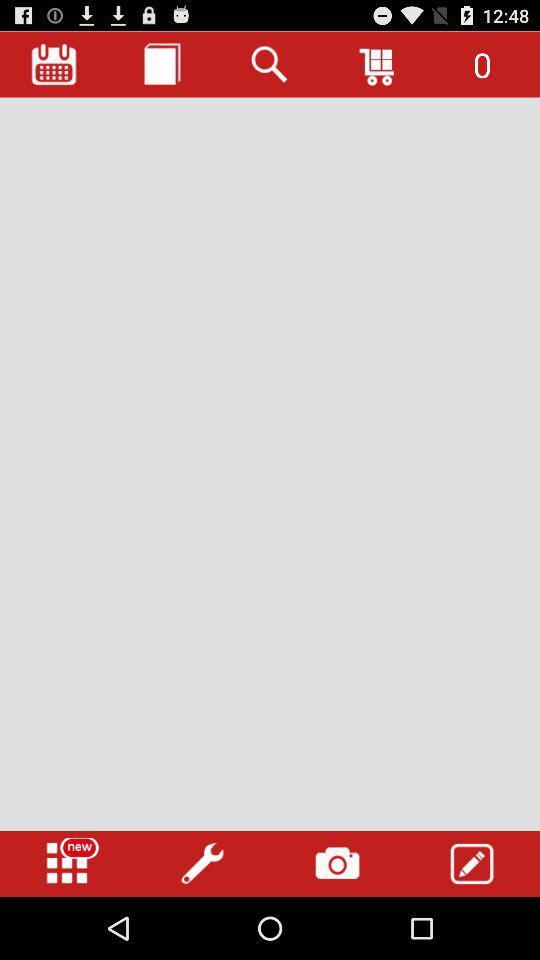 The height and width of the screenshot is (960, 540). What do you see at coordinates (54, 64) in the screenshot?
I see `check calendar` at bounding box center [54, 64].